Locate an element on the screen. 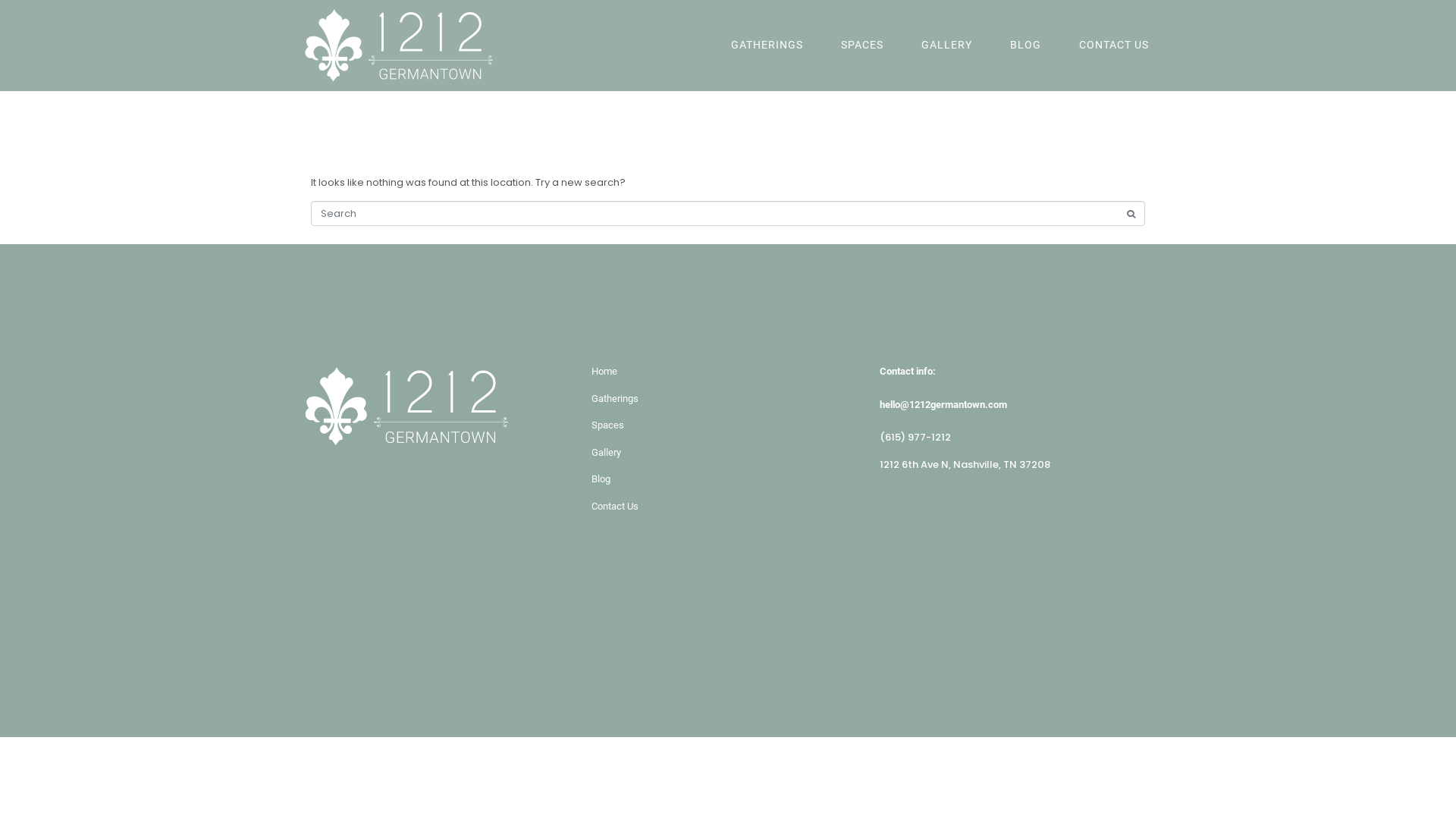 The height and width of the screenshot is (819, 1456). 'CONTACT US' is located at coordinates (1113, 45).